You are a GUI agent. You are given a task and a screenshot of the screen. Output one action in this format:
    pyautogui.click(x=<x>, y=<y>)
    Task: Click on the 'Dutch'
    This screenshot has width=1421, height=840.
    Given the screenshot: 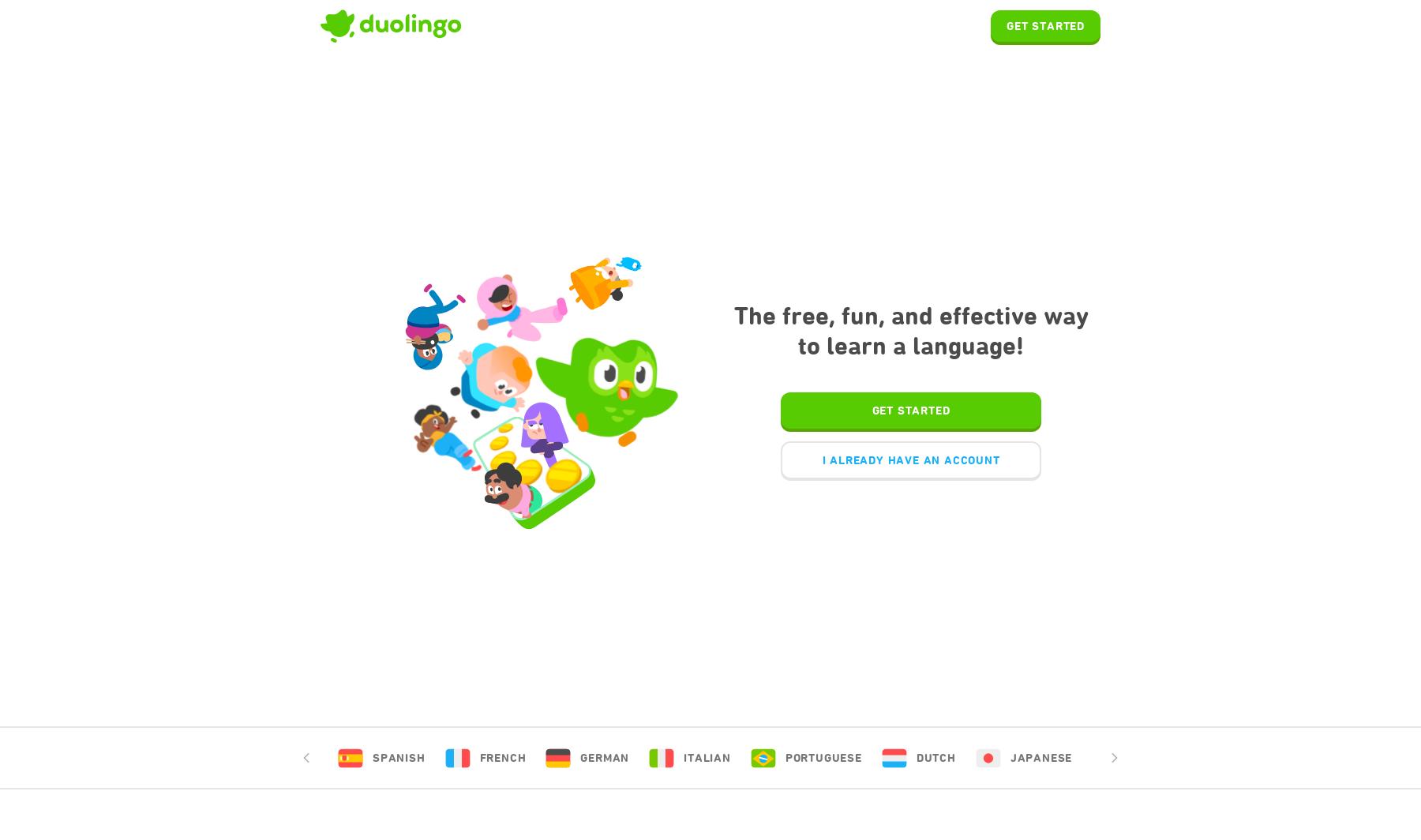 What is the action you would take?
    pyautogui.click(x=934, y=758)
    